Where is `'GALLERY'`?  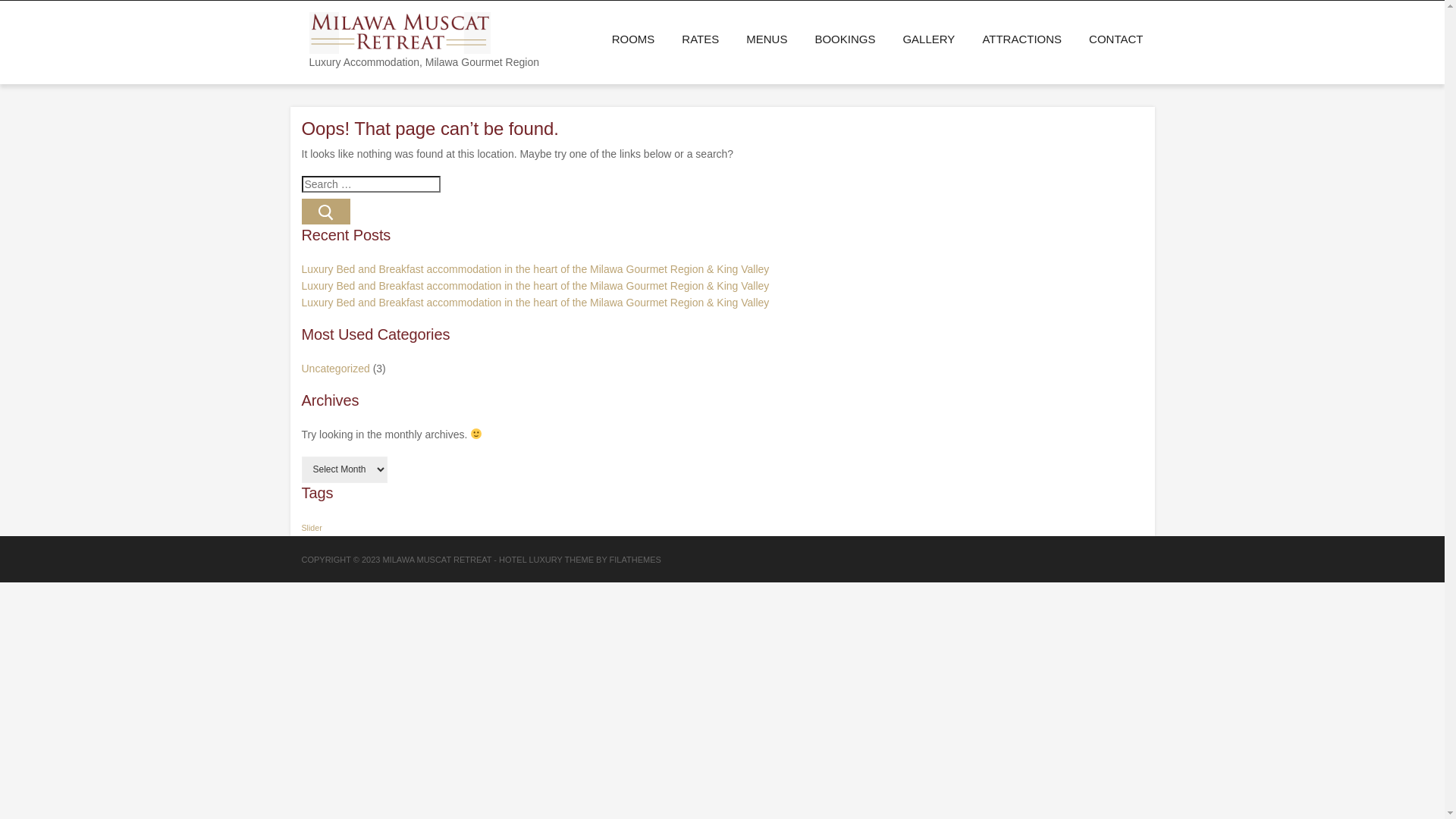
'GALLERY' is located at coordinates (927, 38).